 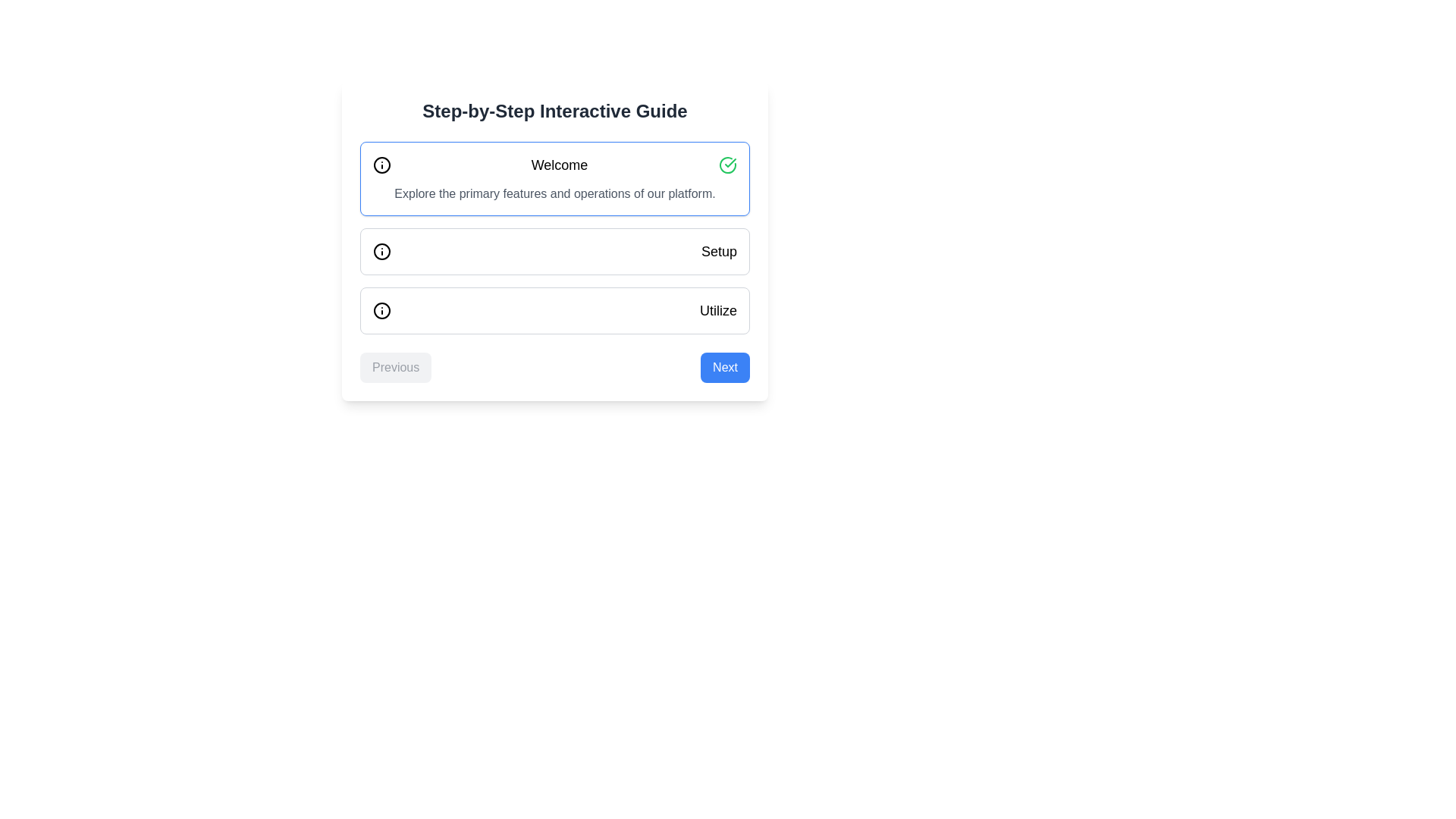 What do you see at coordinates (382, 165) in the screenshot?
I see `the information icon located at the far left side of the 'Welcome' section` at bounding box center [382, 165].